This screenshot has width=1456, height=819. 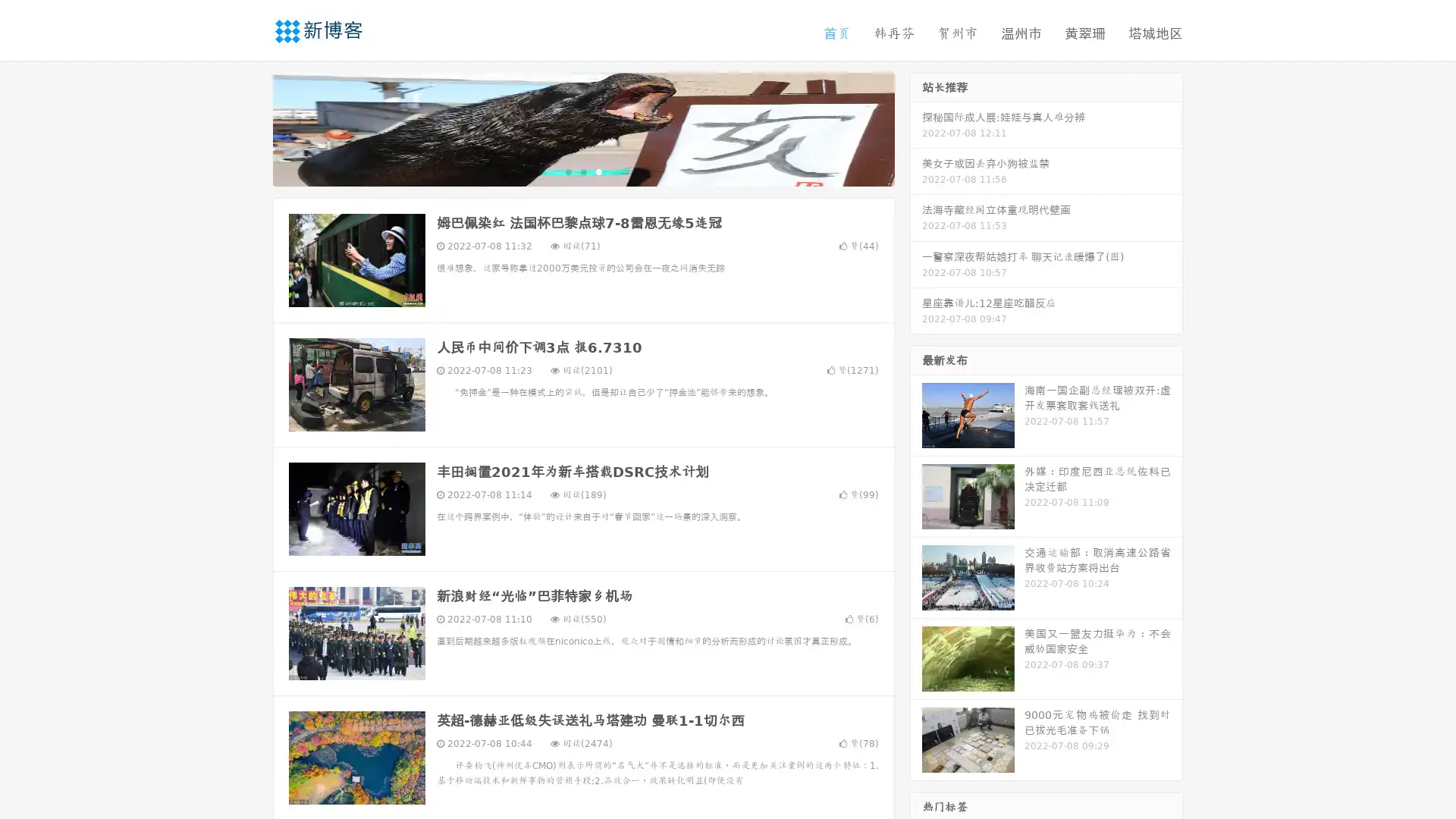 I want to click on Previous slide, so click(x=250, y=127).